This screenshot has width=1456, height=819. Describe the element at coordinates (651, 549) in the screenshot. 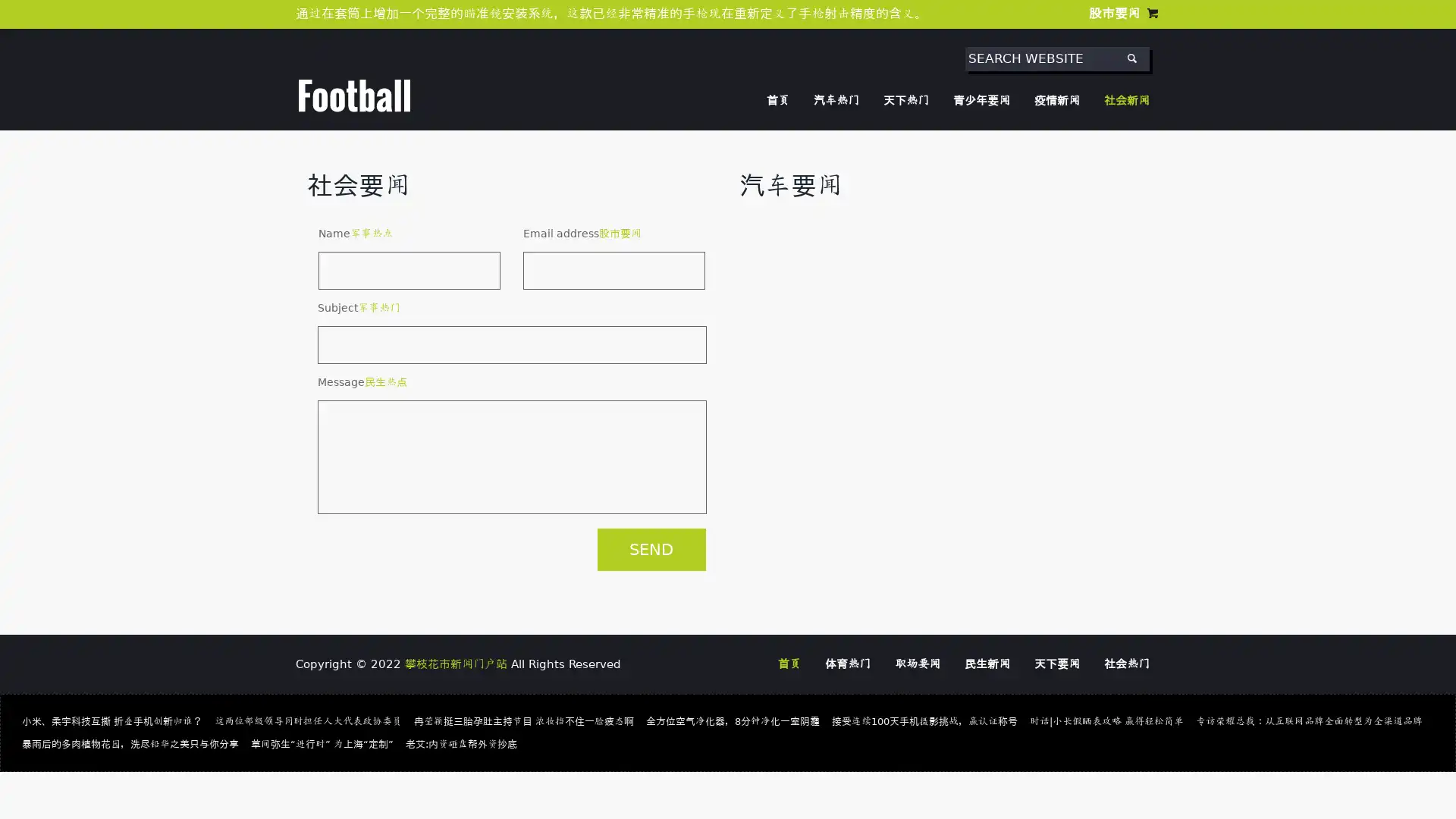

I see `SEND` at that location.